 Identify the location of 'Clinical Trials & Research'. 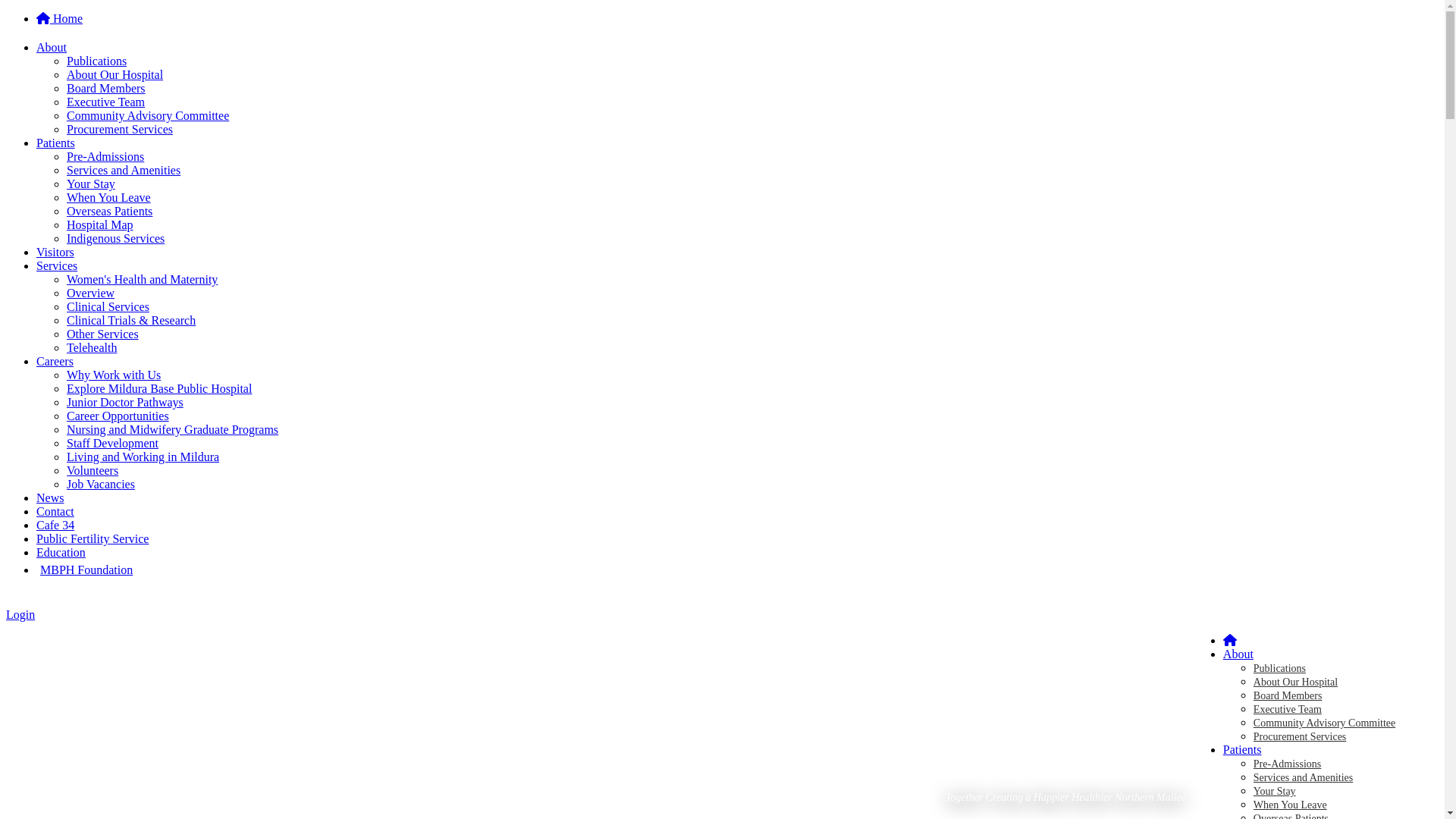
(65, 319).